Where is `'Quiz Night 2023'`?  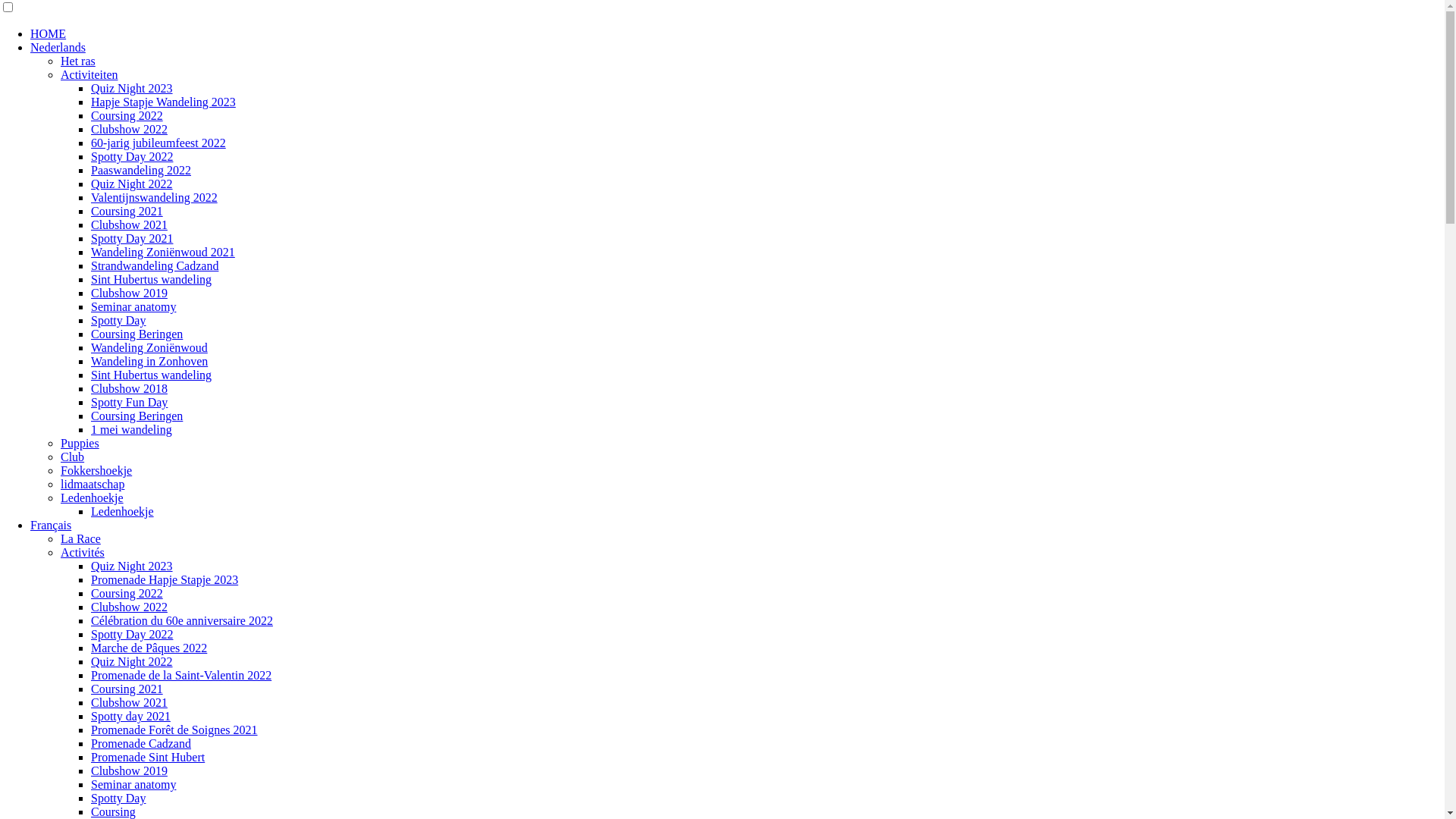 'Quiz Night 2023' is located at coordinates (131, 566).